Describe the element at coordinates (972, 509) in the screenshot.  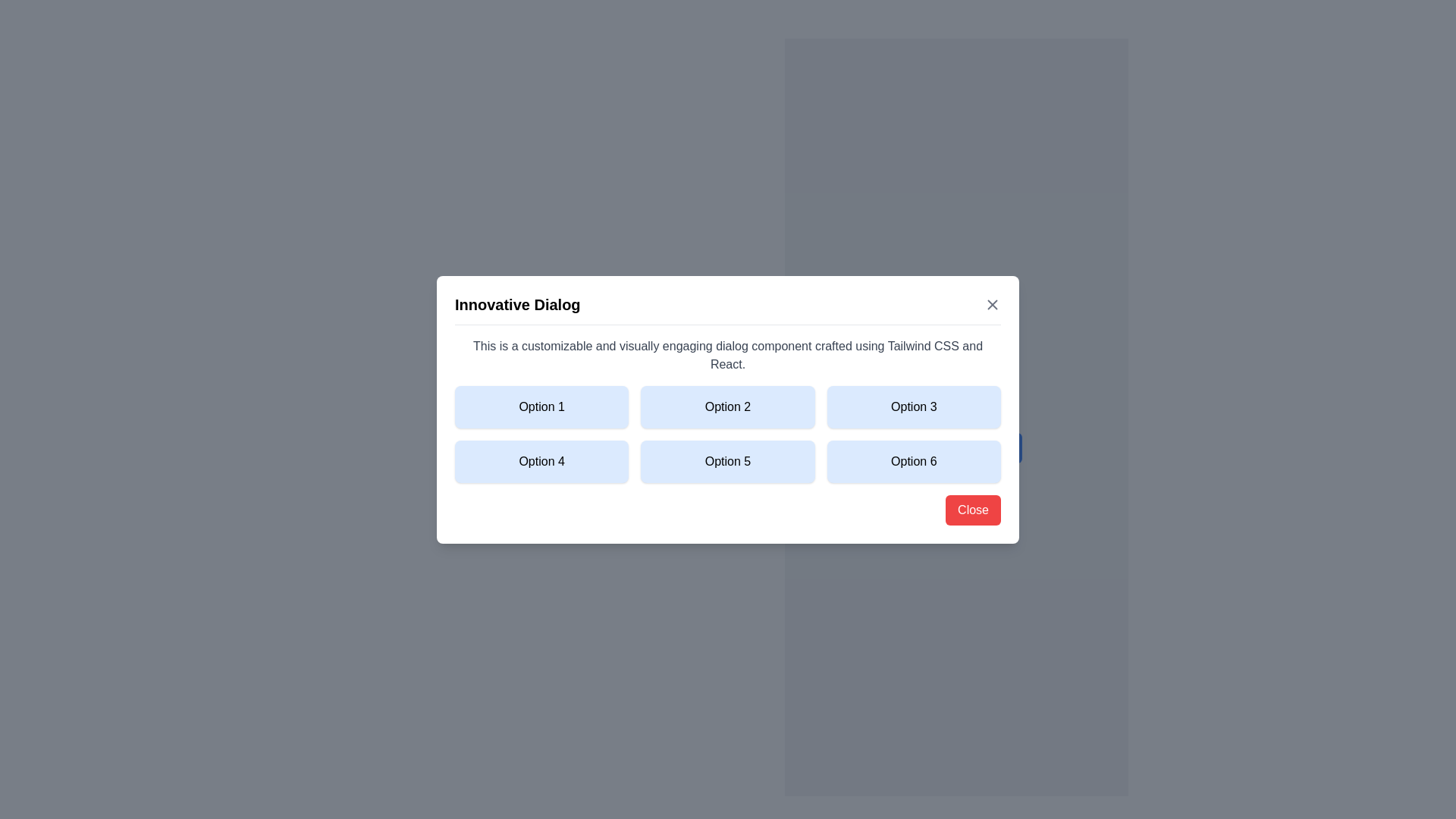
I see `the 'Close' button to close the dialog` at that location.